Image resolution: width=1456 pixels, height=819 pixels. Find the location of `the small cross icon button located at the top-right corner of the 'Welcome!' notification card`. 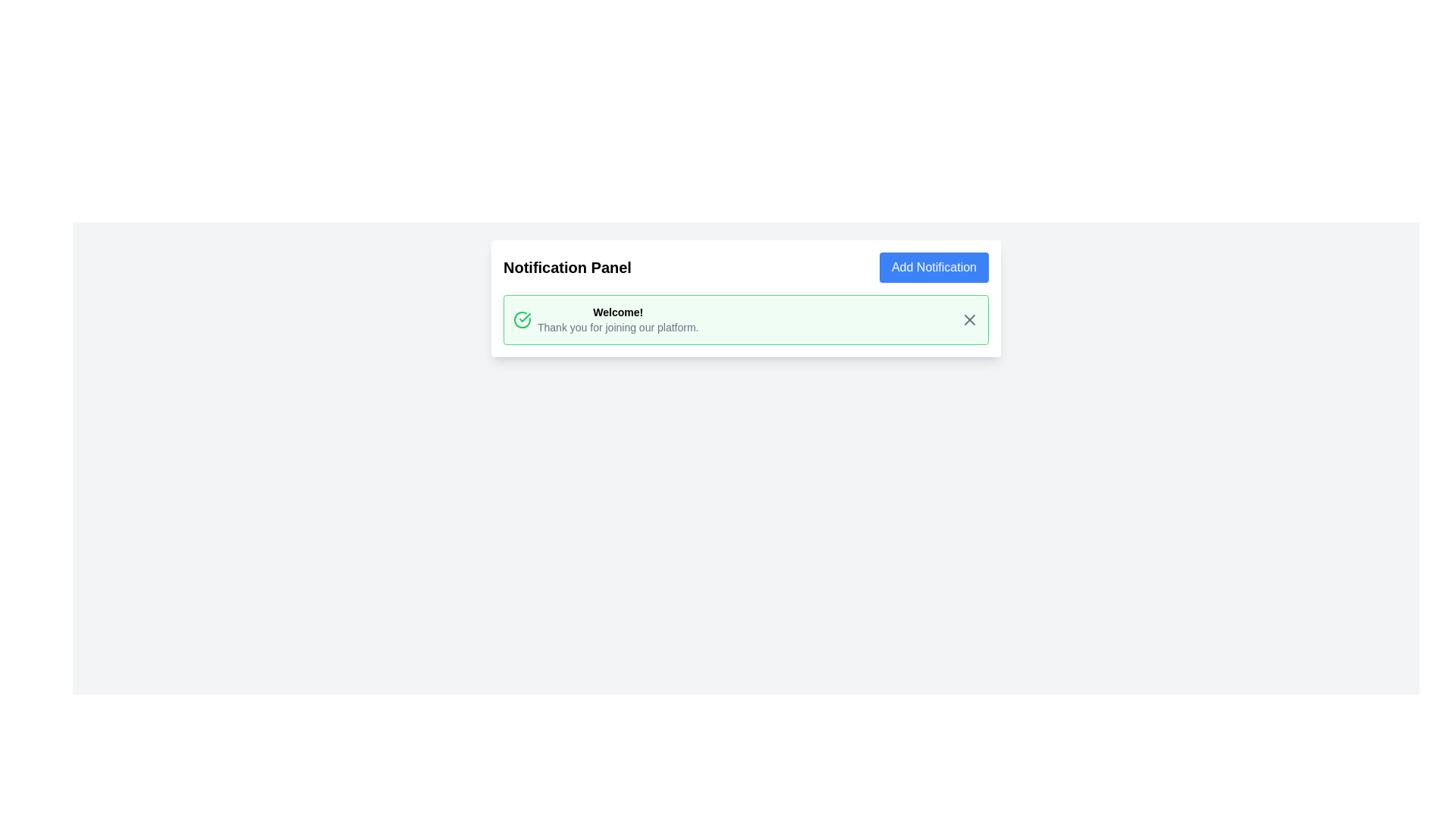

the small cross icon button located at the top-right corner of the 'Welcome!' notification card is located at coordinates (968, 318).